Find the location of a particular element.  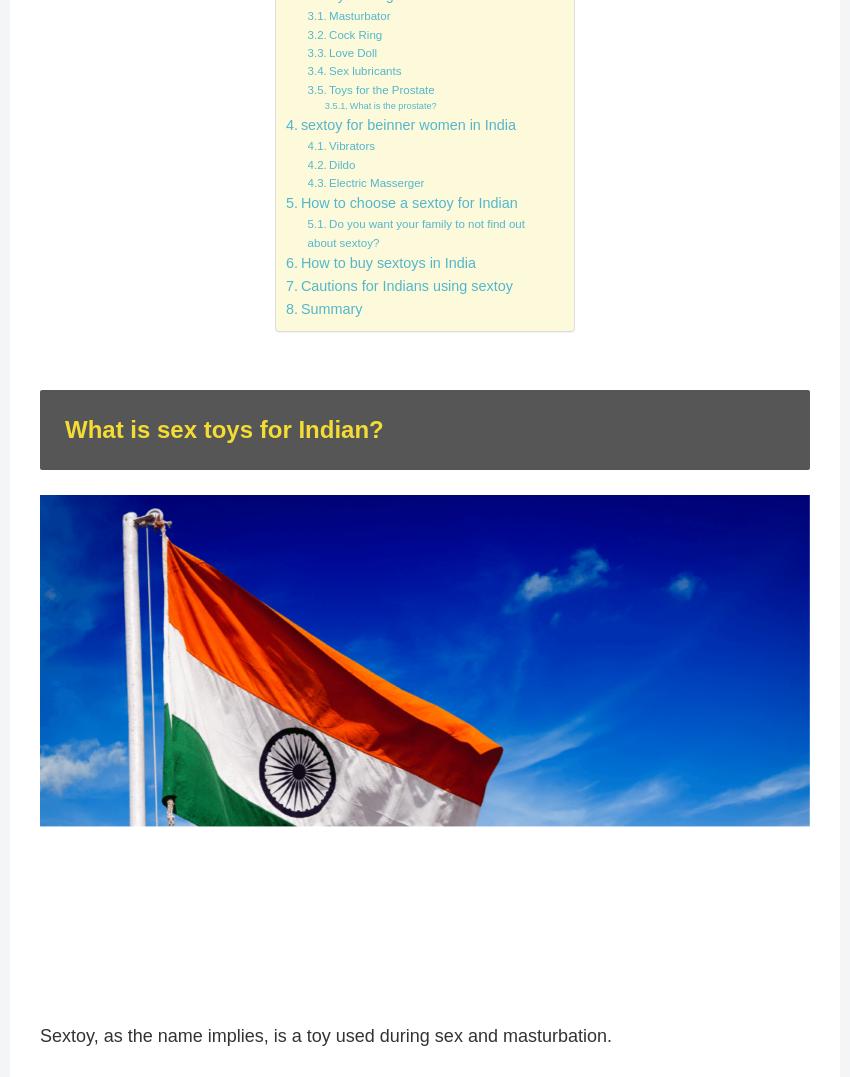

'How to choose a sextoy for Indian' is located at coordinates (408, 202).